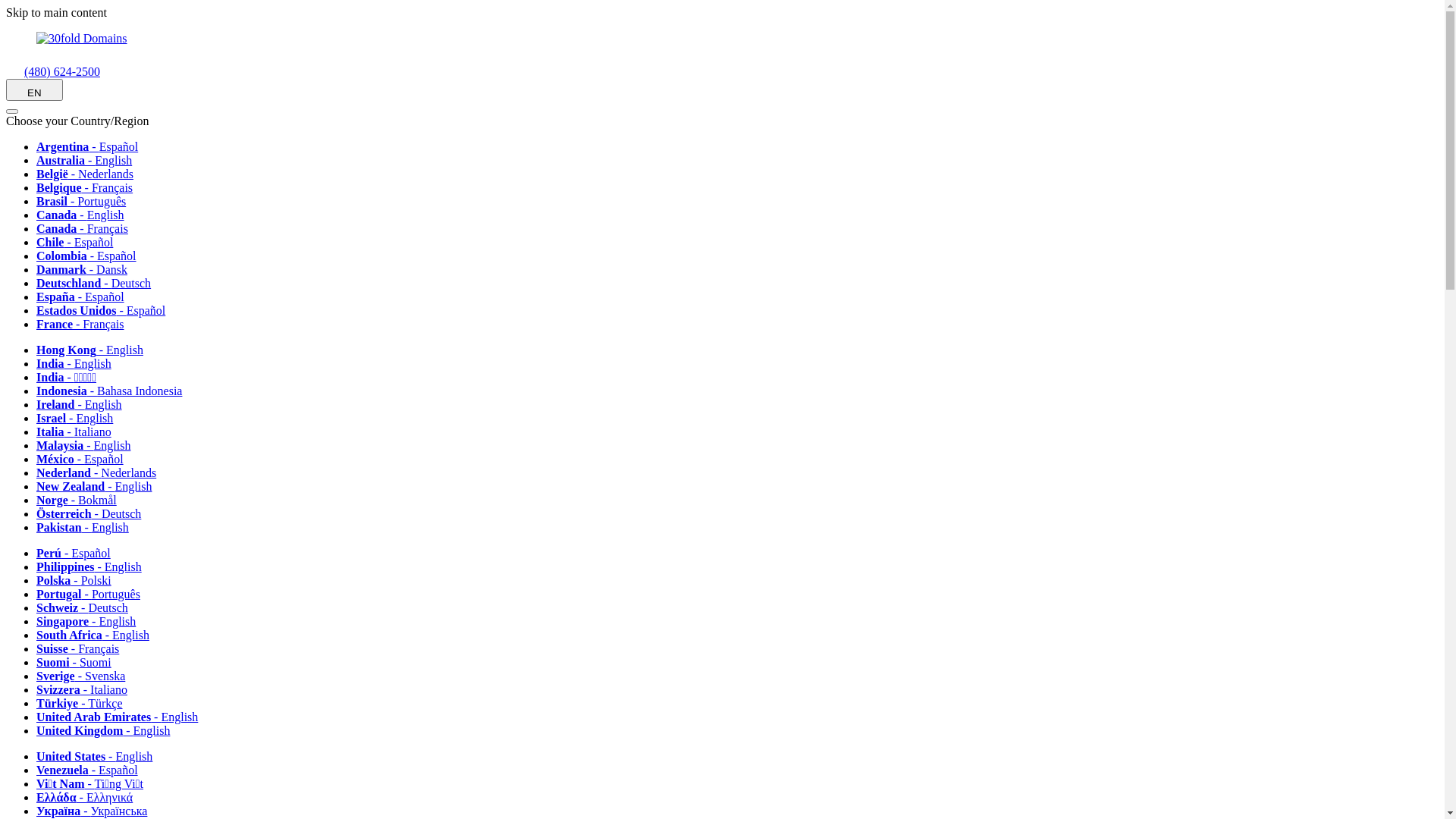 The height and width of the screenshot is (819, 1456). Describe the element at coordinates (98, 283) in the screenshot. I see `'Deutschland - Deutsch'` at that location.